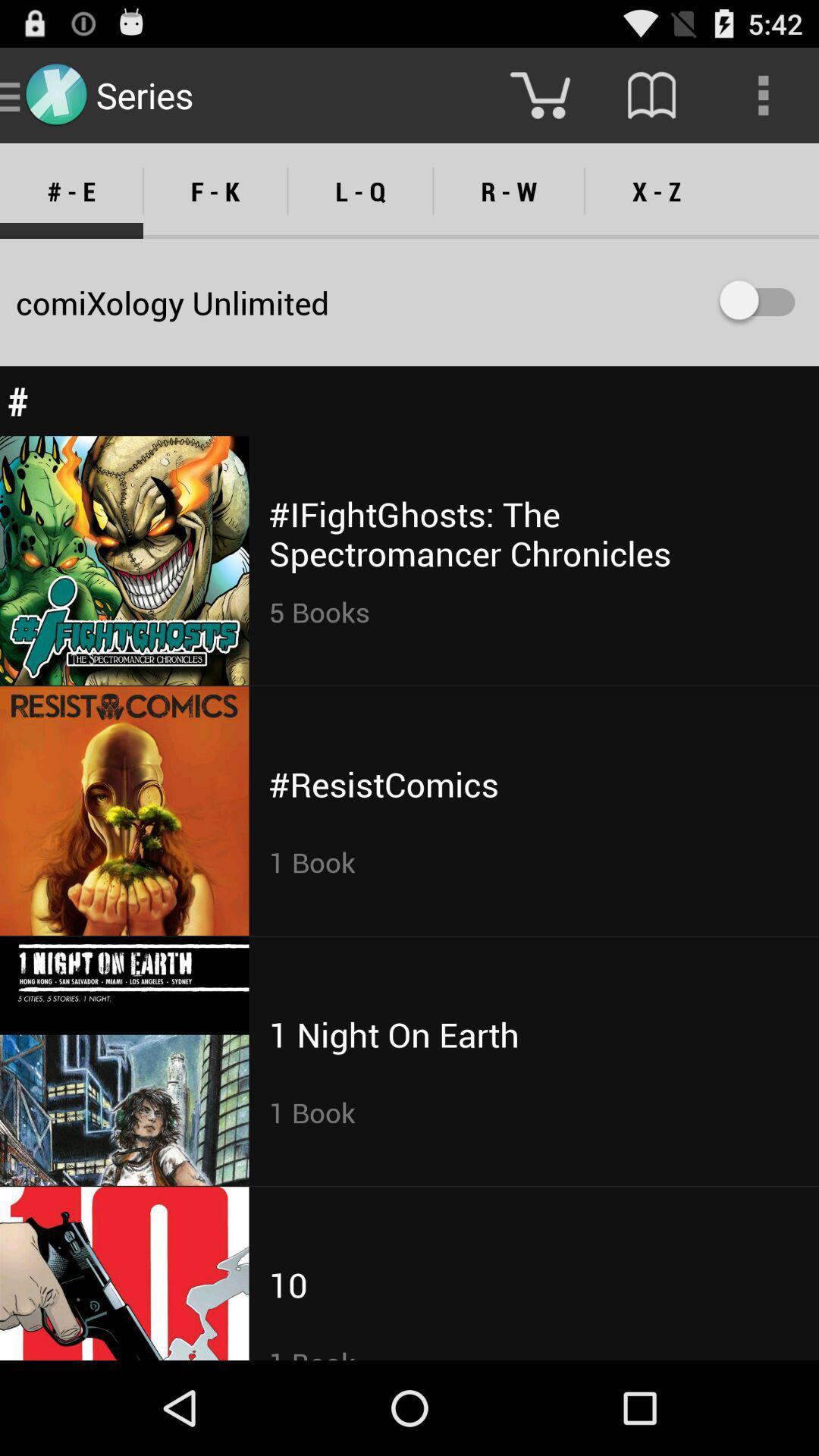  What do you see at coordinates (763, 94) in the screenshot?
I see `the item above the x - z` at bounding box center [763, 94].